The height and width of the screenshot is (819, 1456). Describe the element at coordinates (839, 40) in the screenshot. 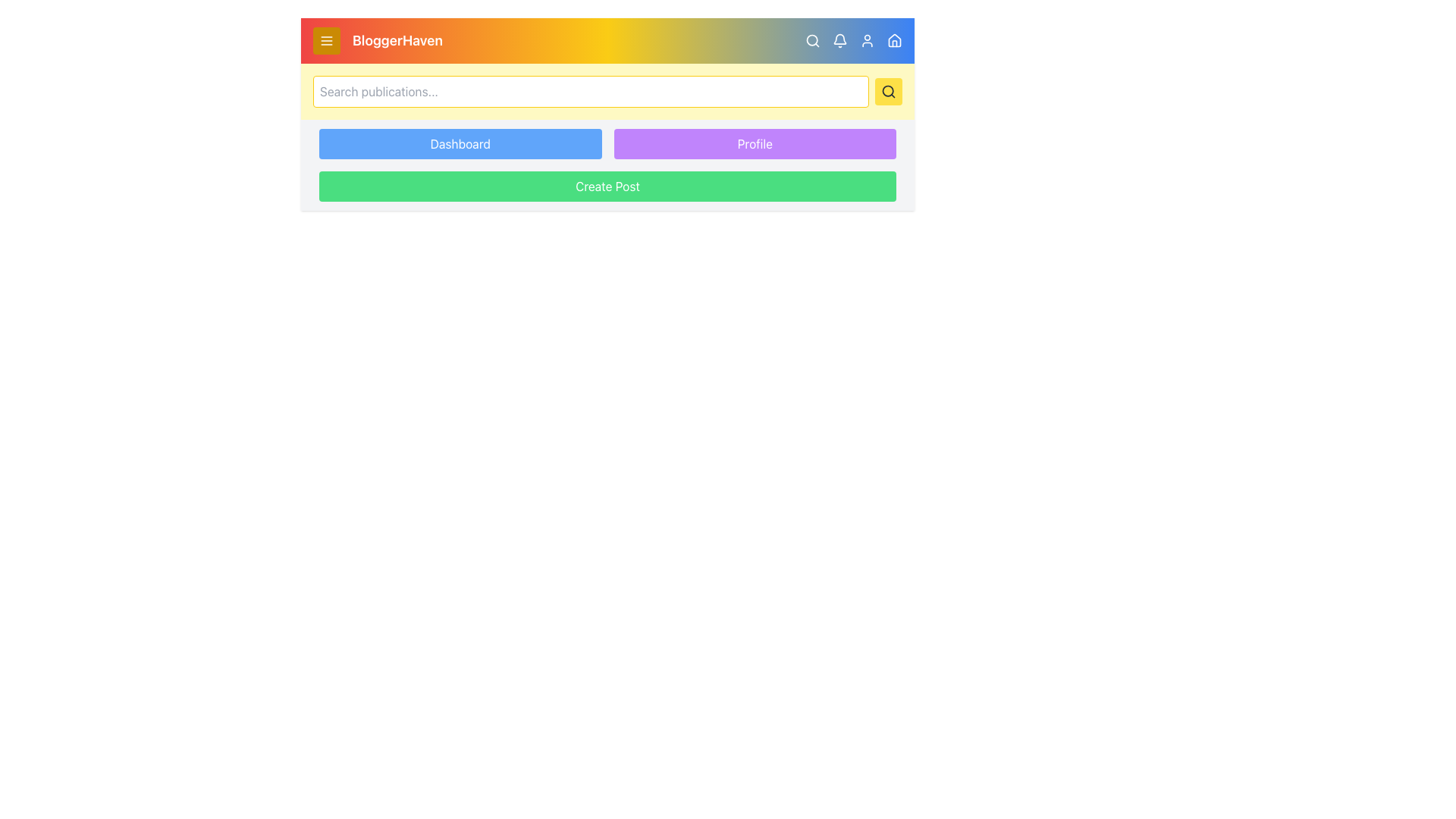

I see `the bell icon located in the top-right section of the navigation bar` at that location.